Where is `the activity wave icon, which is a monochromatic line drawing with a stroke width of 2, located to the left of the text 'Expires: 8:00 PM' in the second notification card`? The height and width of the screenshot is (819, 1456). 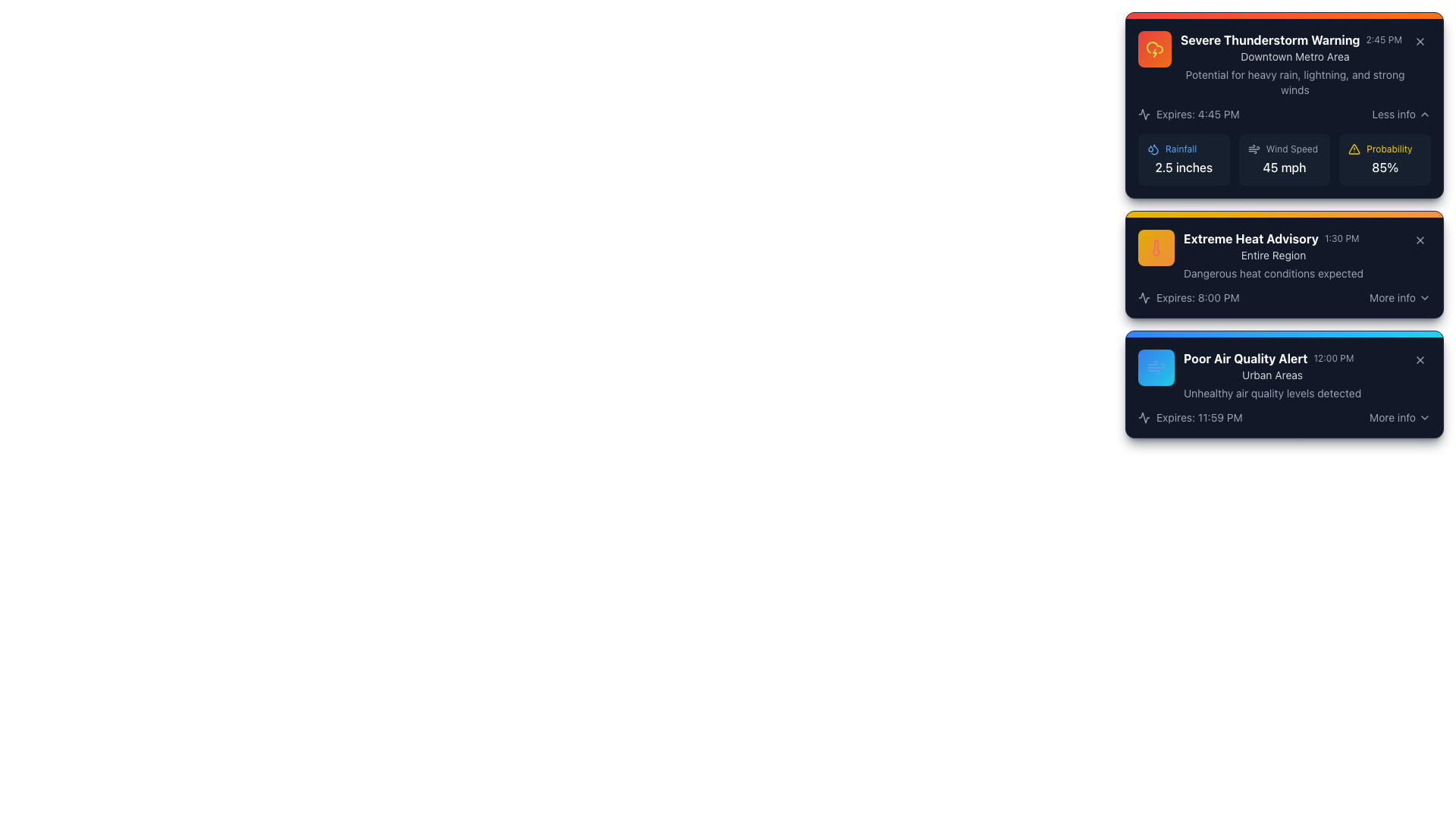 the activity wave icon, which is a monochromatic line drawing with a stroke width of 2, located to the left of the text 'Expires: 8:00 PM' in the second notification card is located at coordinates (1144, 298).